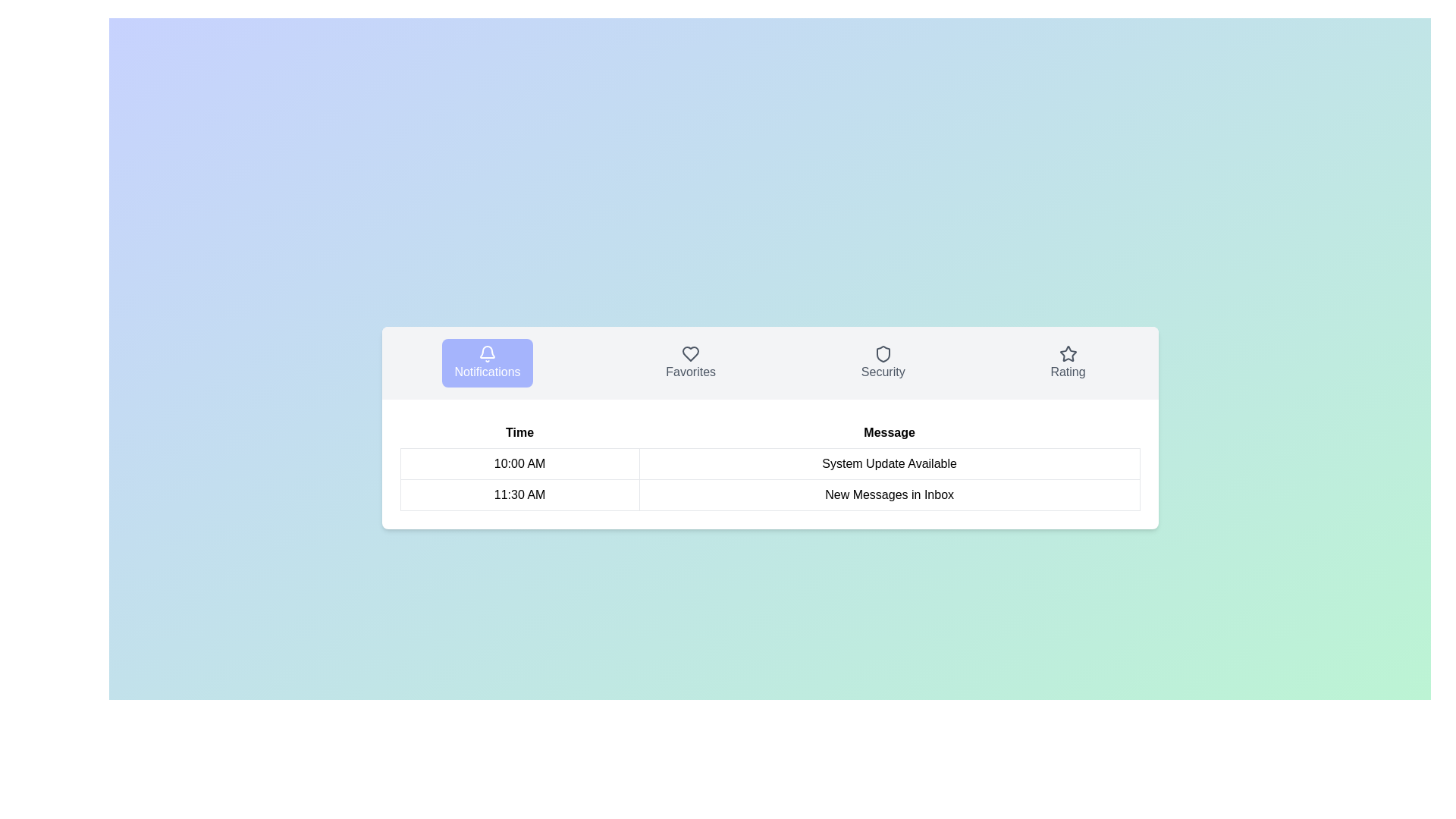 This screenshot has height=819, width=1456. Describe the element at coordinates (1067, 372) in the screenshot. I see `the 'Rating' text label displayed in gray beneath the star icon` at that location.